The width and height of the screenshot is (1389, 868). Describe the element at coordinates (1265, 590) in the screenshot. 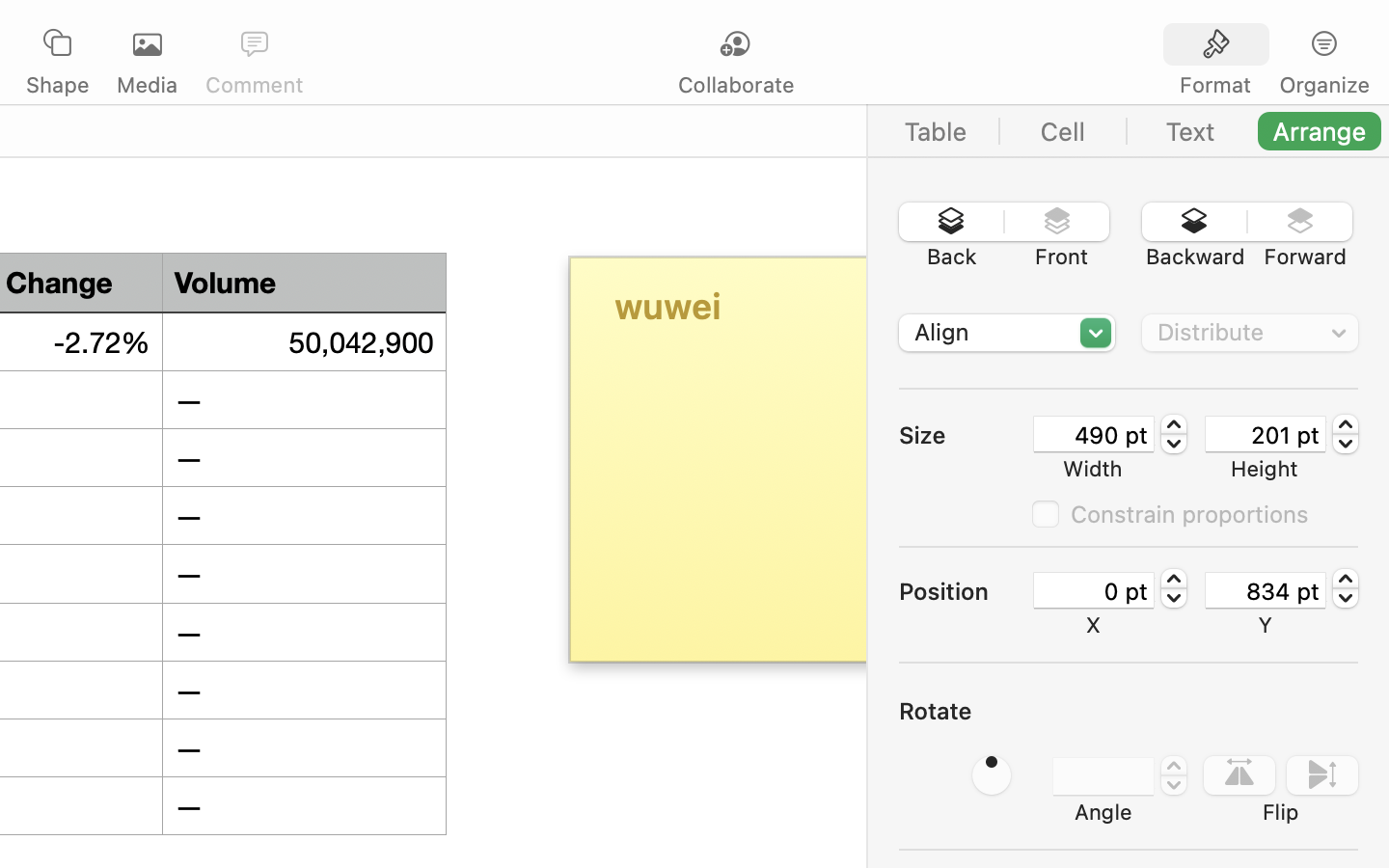

I see `'834 pt'` at that location.